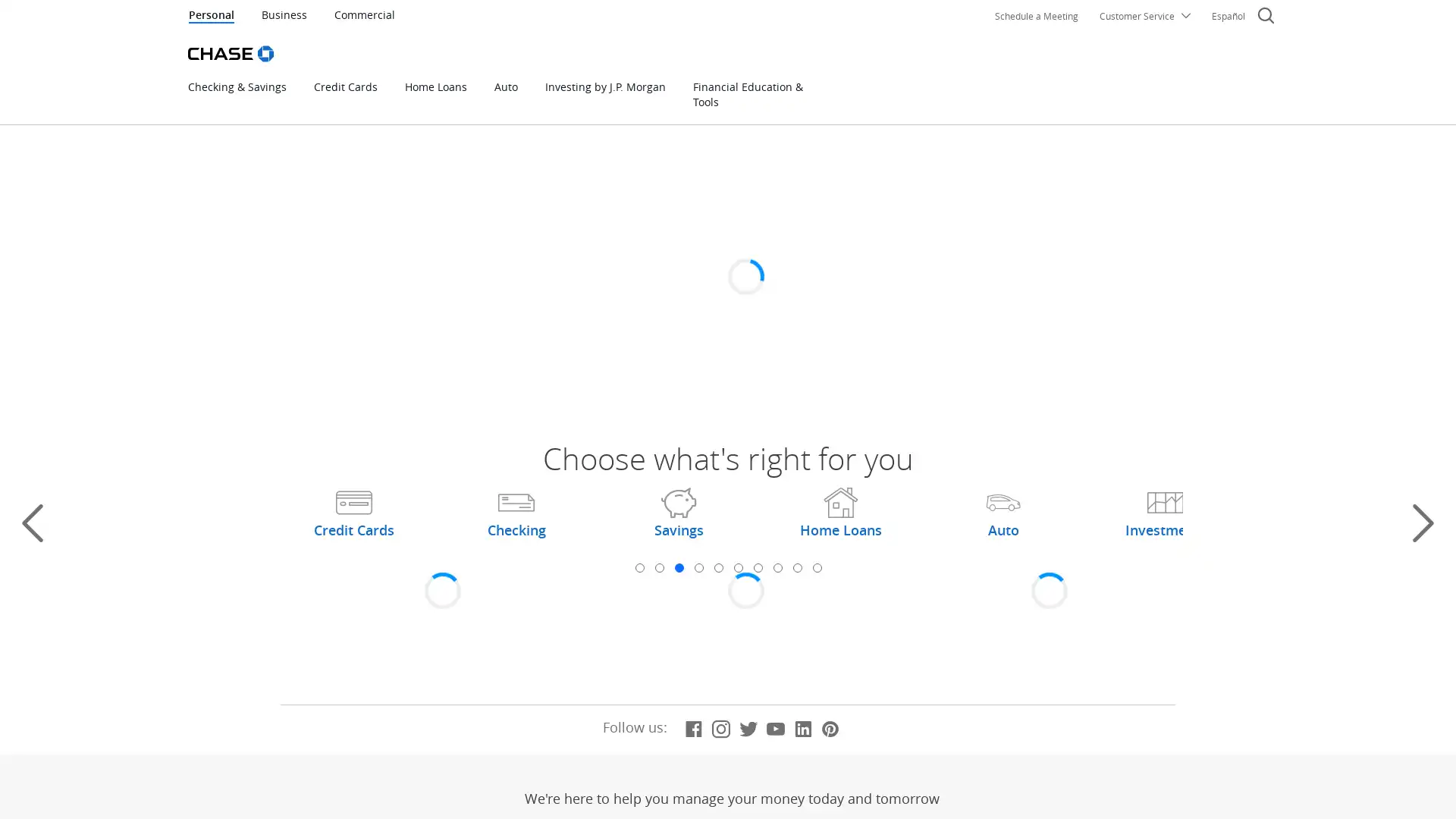  Describe the element at coordinates (777, 567) in the screenshot. I see `Slide 8 of 10` at that location.